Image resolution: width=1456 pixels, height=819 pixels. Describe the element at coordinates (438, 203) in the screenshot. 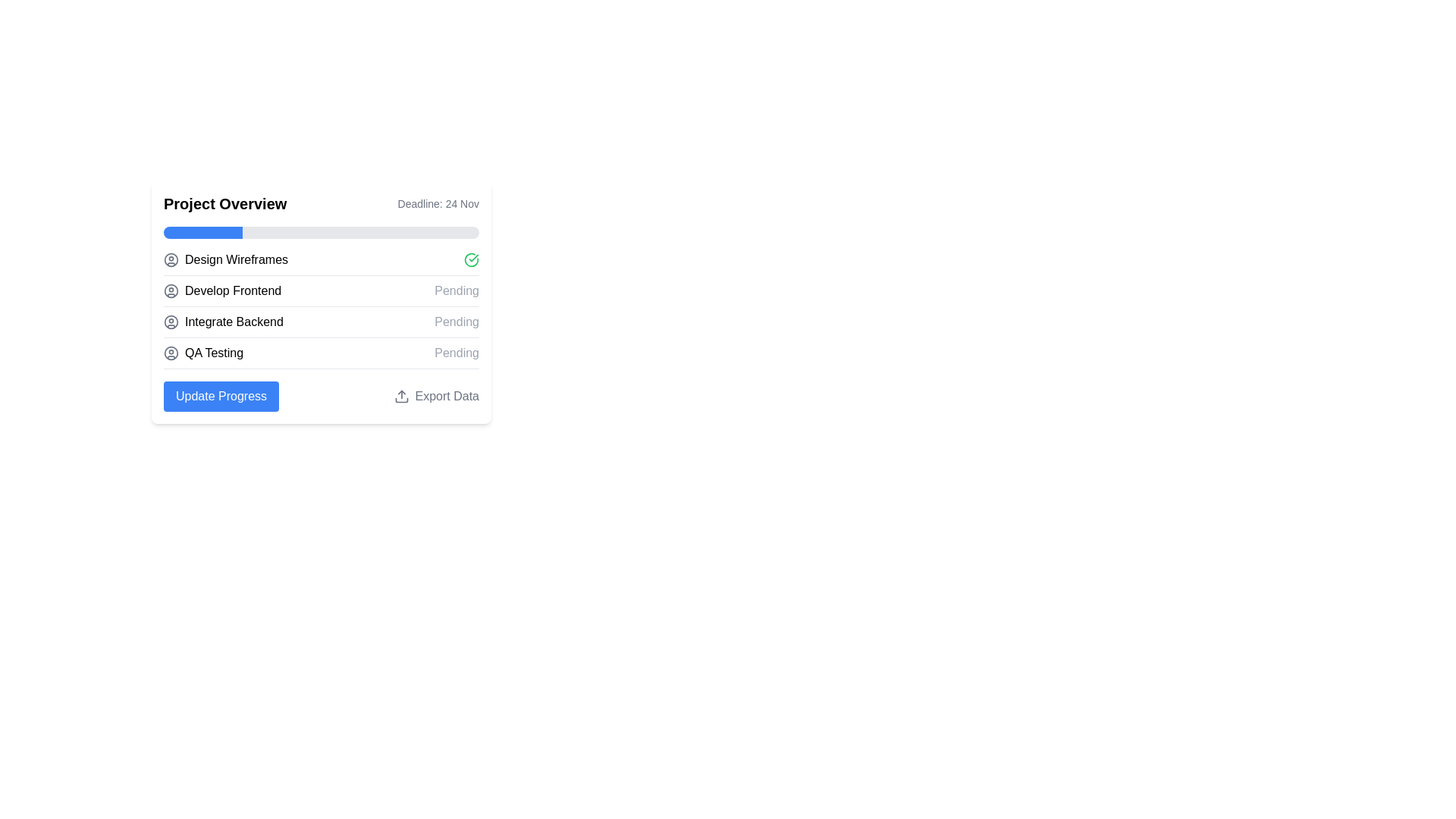

I see `the static text label element that states 'Deadline: 24 Nov', which is located adjacent to the right edge of the 'Project Overview' header` at that location.